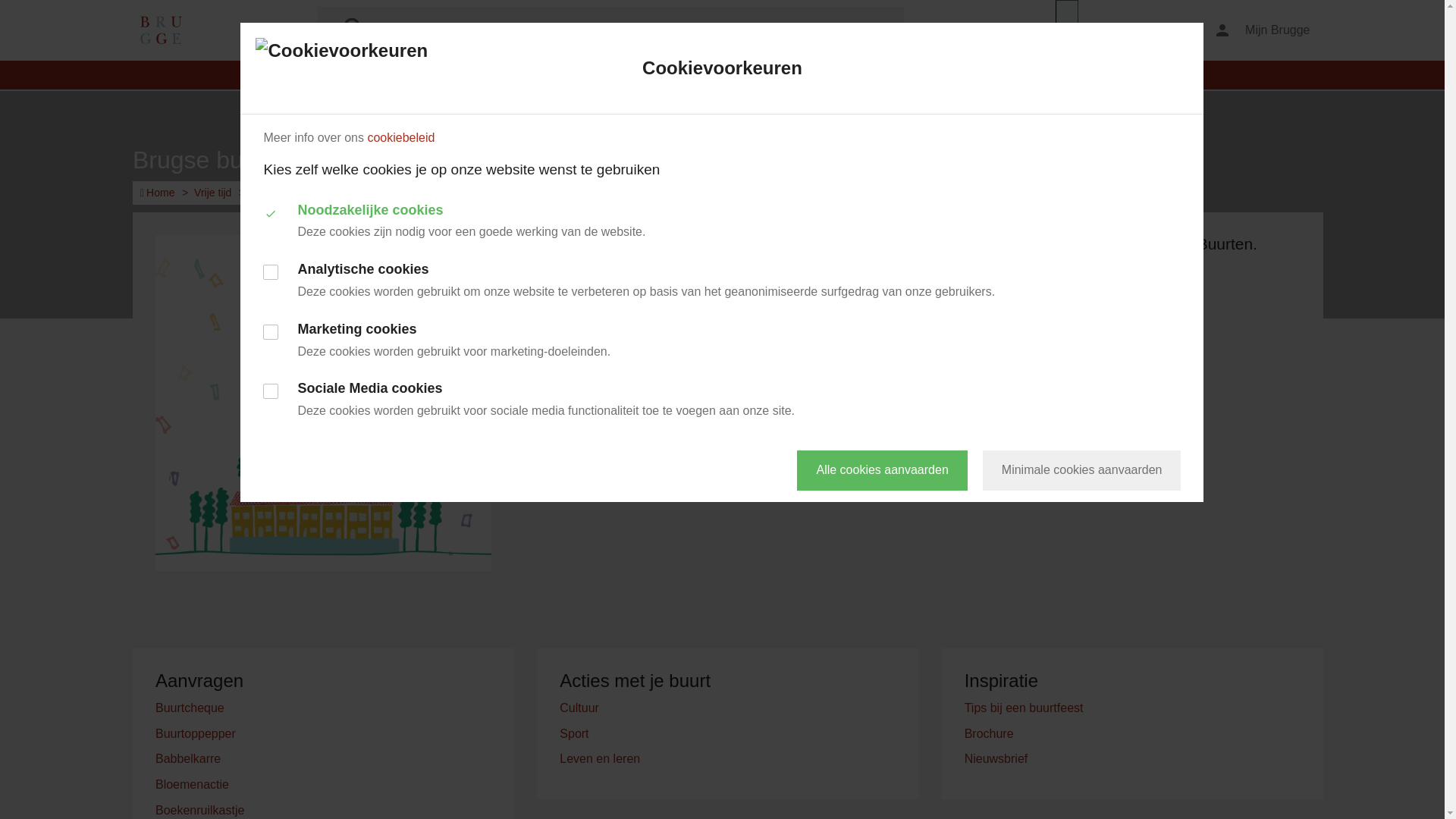  Describe the element at coordinates (573, 733) in the screenshot. I see `'Sport'` at that location.